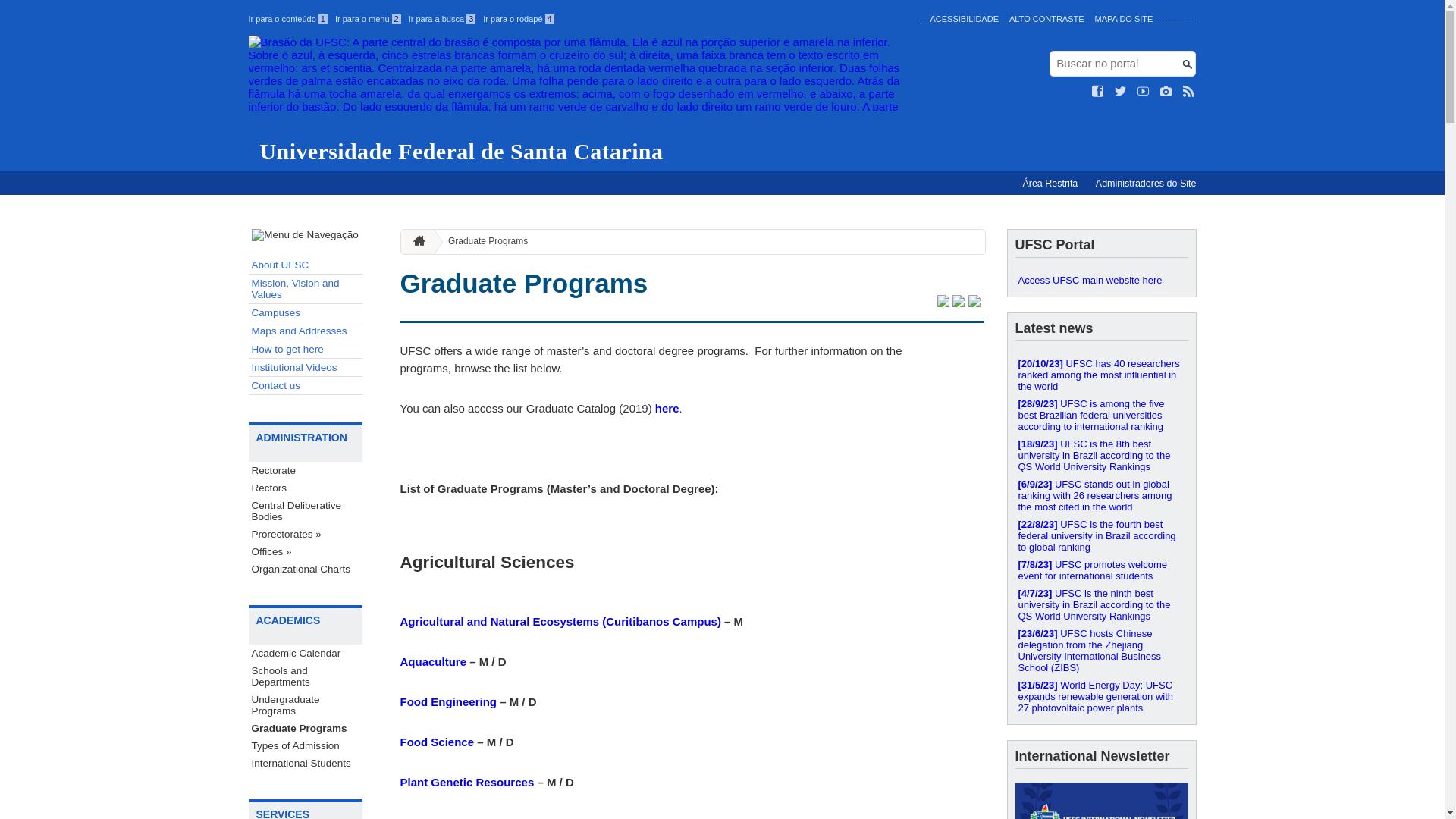 This screenshot has width=1456, height=819. What do you see at coordinates (305, 265) in the screenshot?
I see `'About UFSC'` at bounding box center [305, 265].